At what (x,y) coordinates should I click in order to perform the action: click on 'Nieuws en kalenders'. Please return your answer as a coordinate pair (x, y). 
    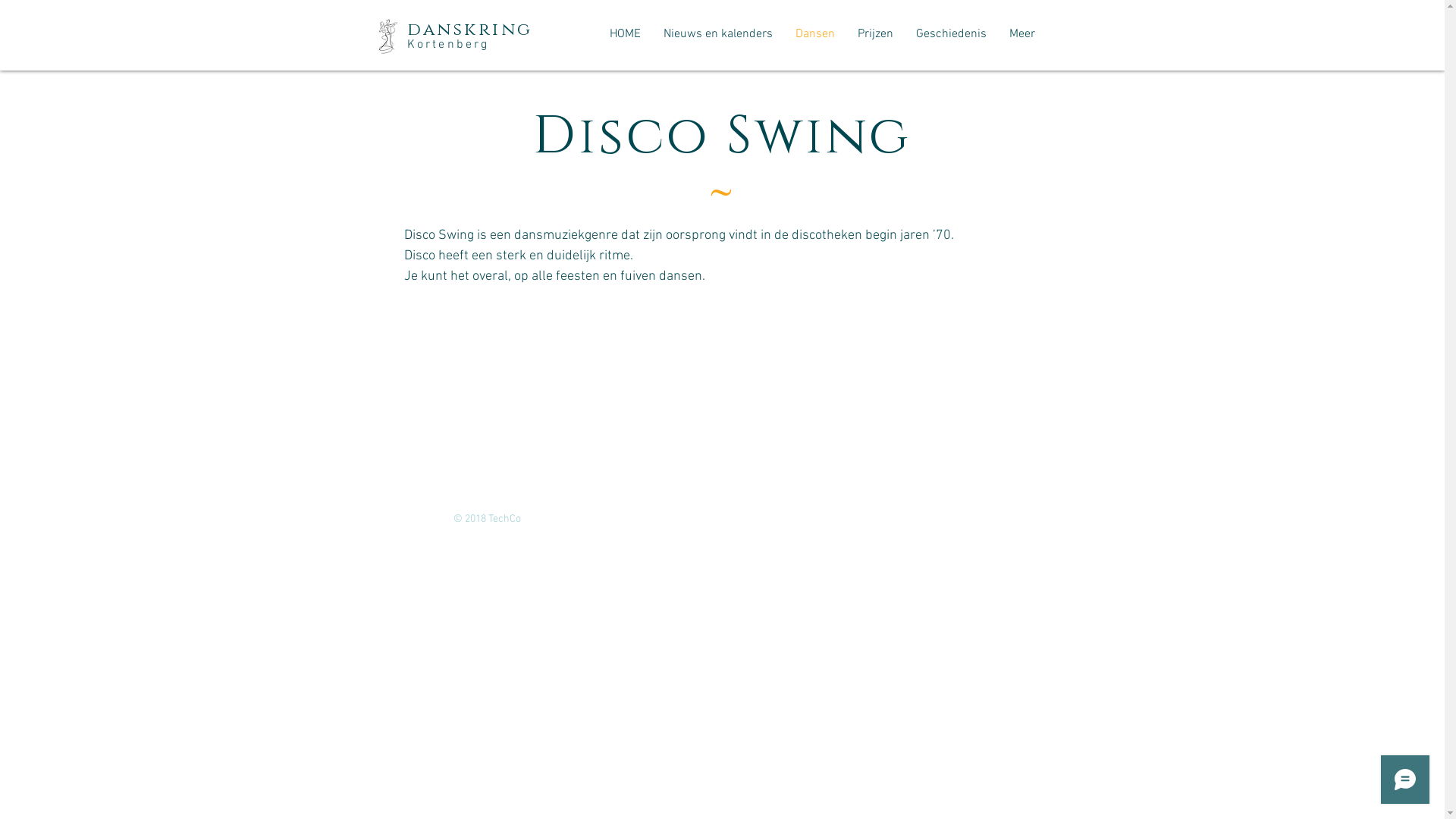
    Looking at the image, I should click on (717, 34).